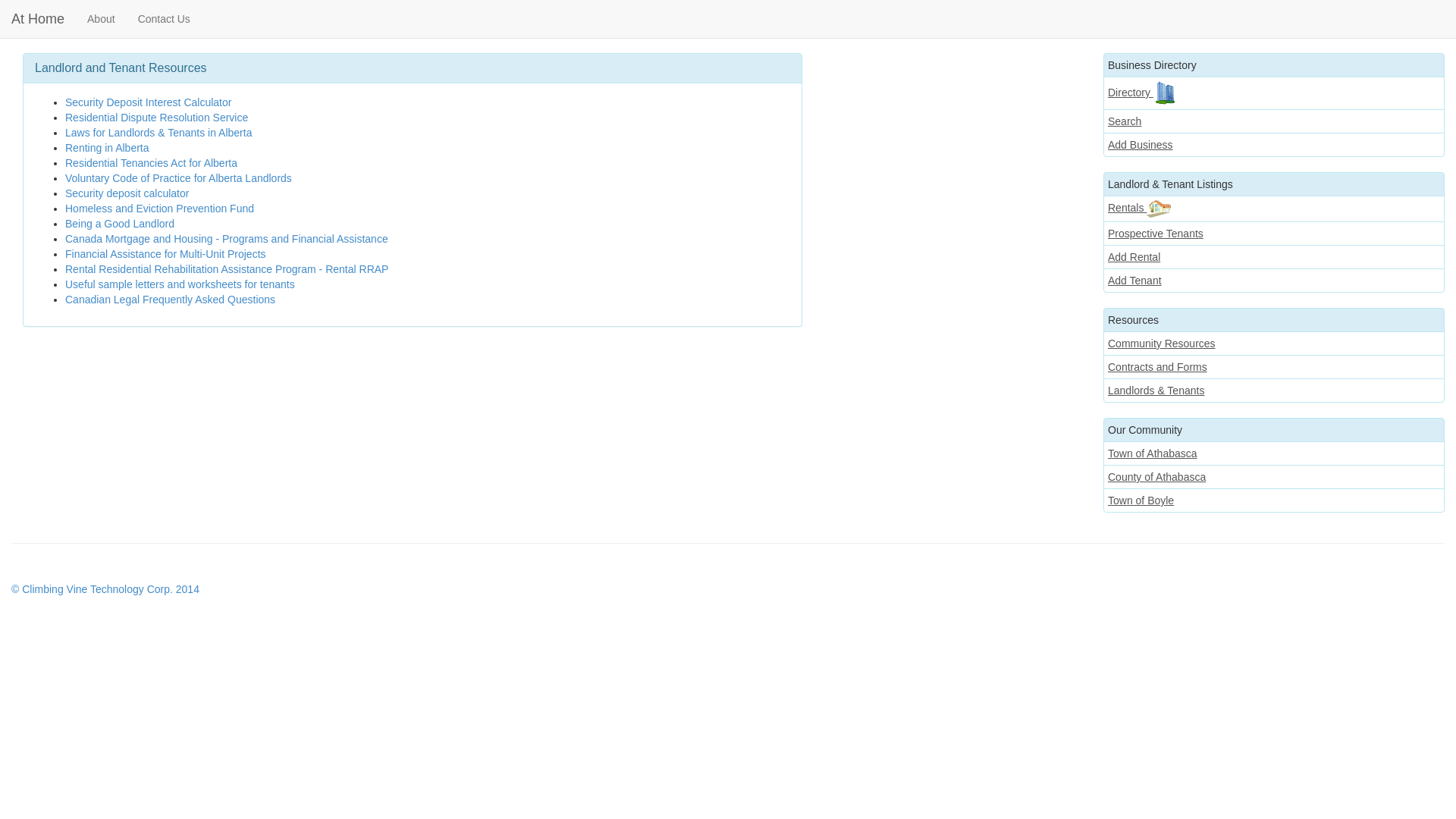 This screenshot has height=819, width=1456. What do you see at coordinates (164, 18) in the screenshot?
I see `'Contact Us'` at bounding box center [164, 18].